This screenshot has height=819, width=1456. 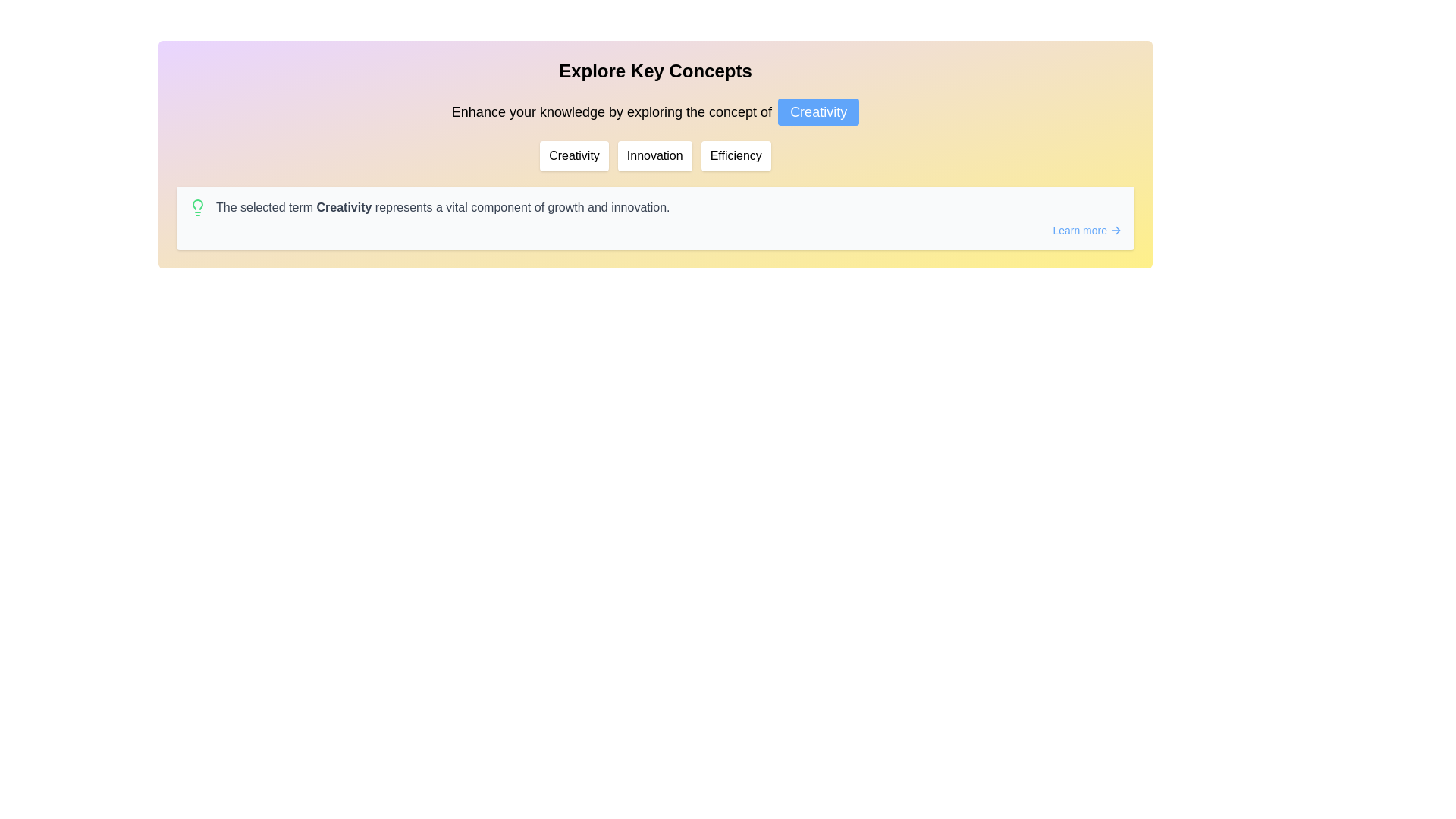 What do you see at coordinates (343, 207) in the screenshot?
I see `and interpret the highlighted term 'Creativity' within the description card, which emphasizes its role as a vital component of growth and innovation` at bounding box center [343, 207].